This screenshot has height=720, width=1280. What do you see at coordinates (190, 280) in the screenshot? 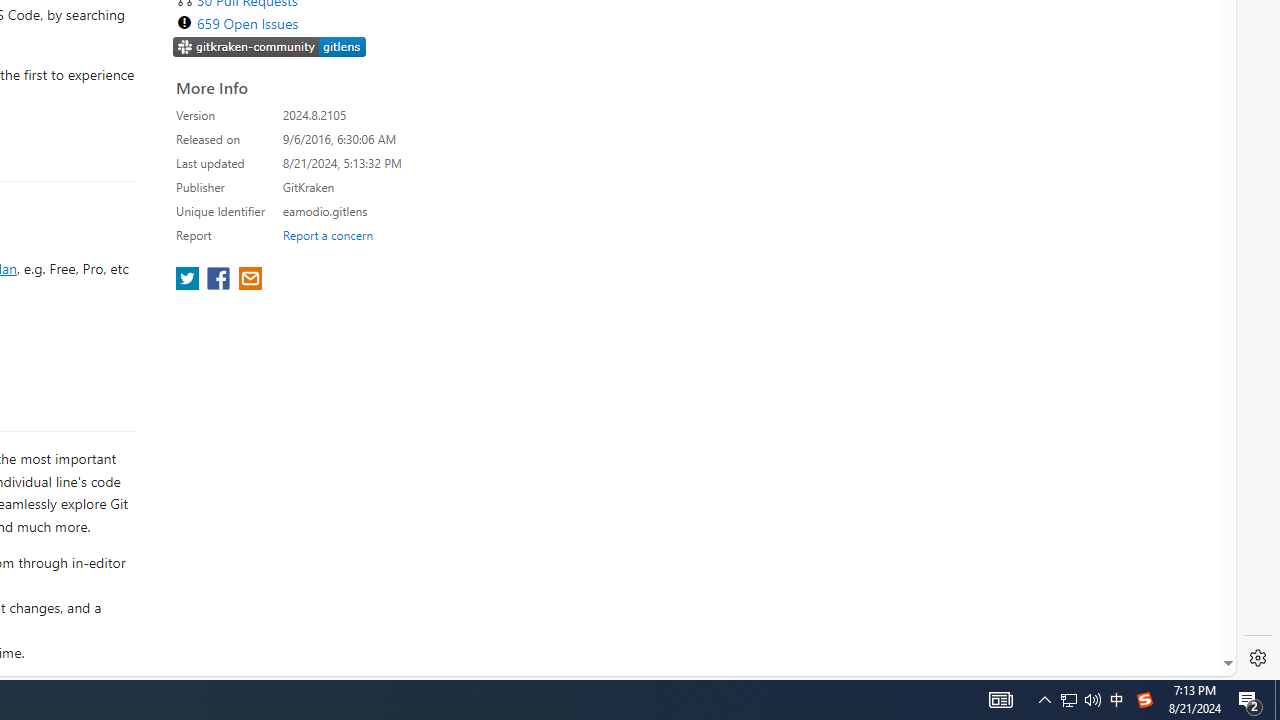
I see `'share extension on twitter'` at bounding box center [190, 280].